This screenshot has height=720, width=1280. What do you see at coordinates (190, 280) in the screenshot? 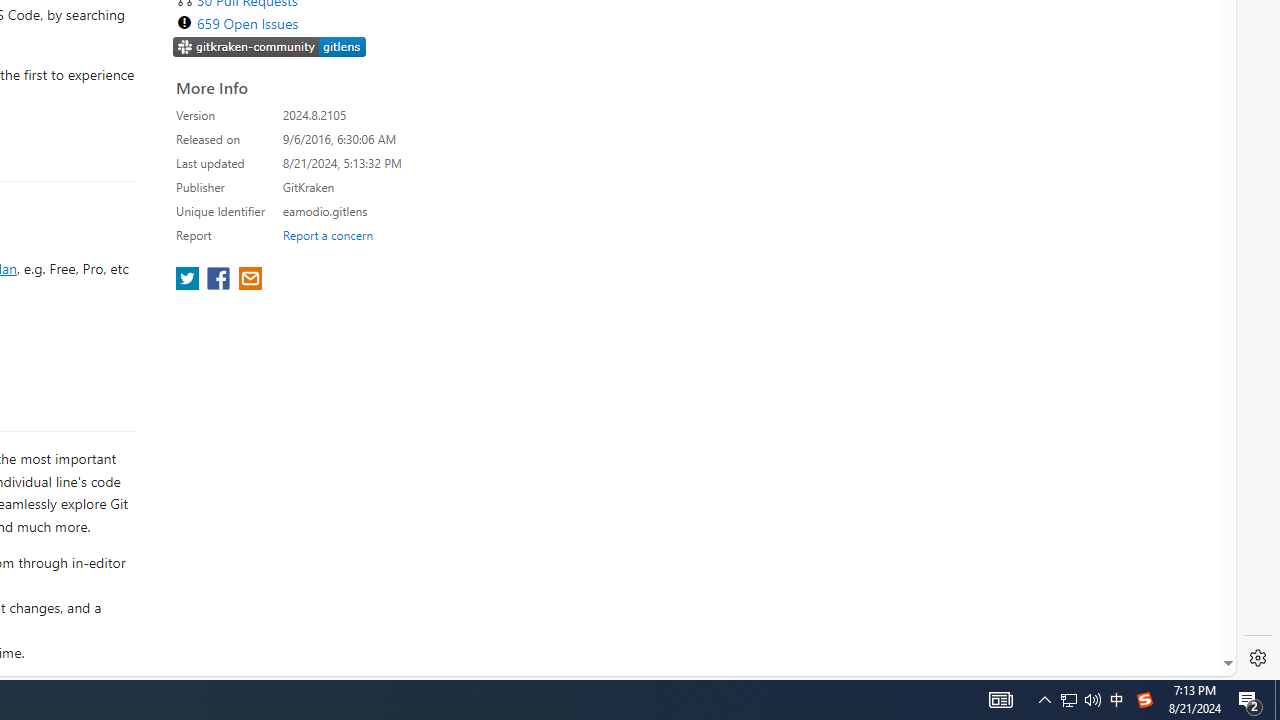
I see `'share extension on twitter'` at bounding box center [190, 280].